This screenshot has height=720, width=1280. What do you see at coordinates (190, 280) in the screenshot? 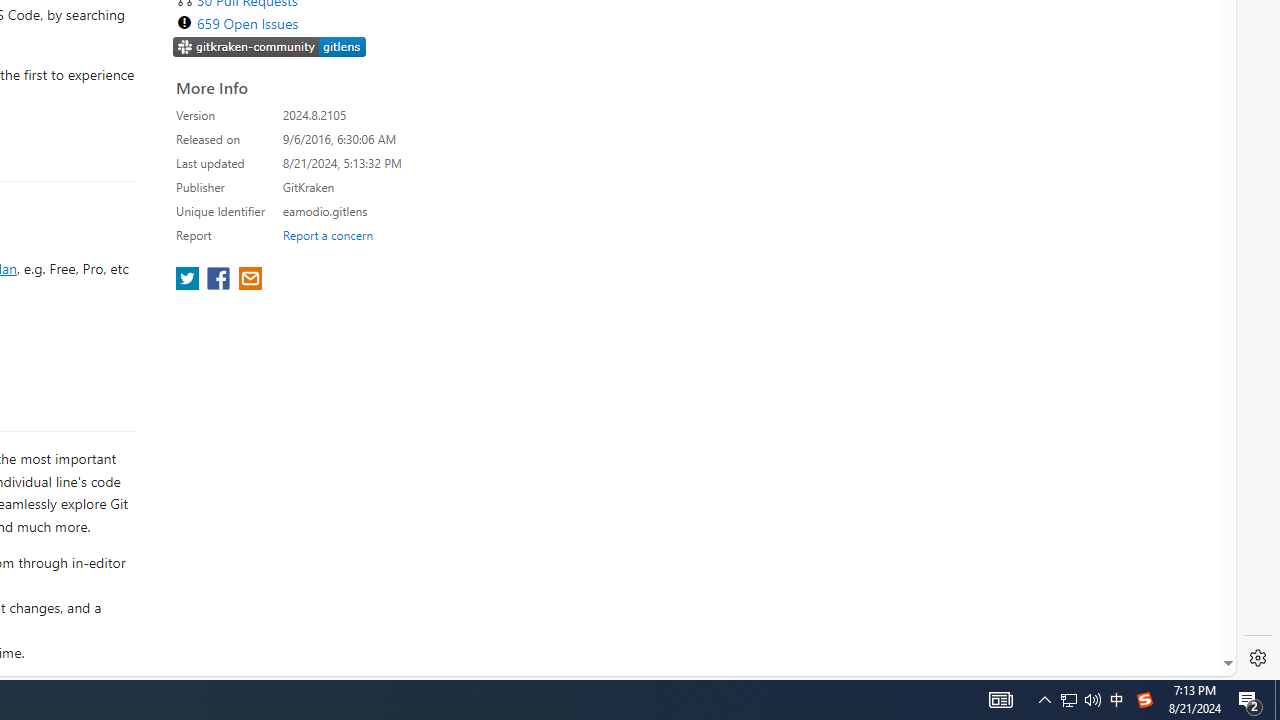
I see `'share extension on twitter'` at bounding box center [190, 280].